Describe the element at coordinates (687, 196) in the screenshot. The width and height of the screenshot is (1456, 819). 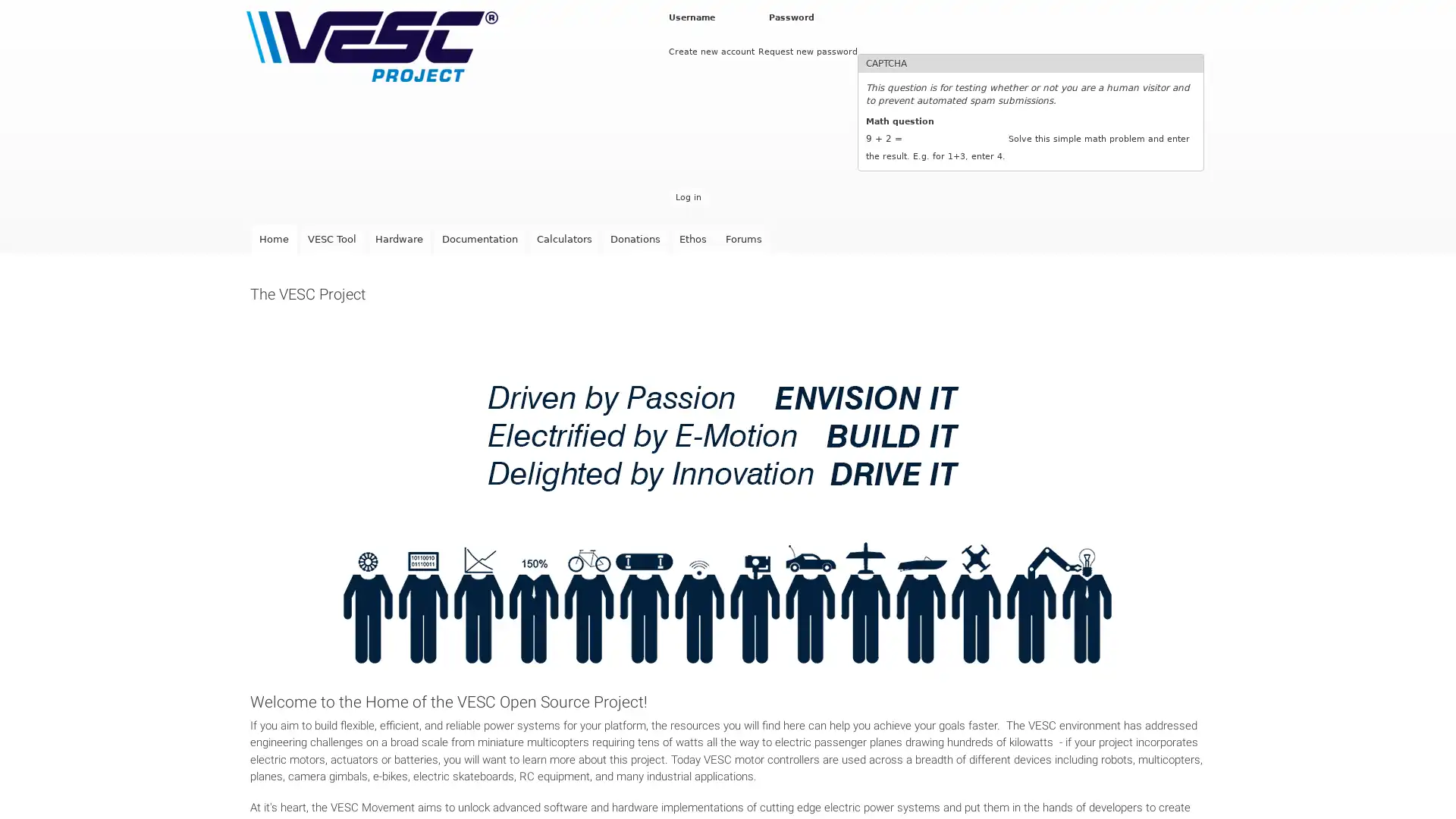
I see `Log in` at that location.